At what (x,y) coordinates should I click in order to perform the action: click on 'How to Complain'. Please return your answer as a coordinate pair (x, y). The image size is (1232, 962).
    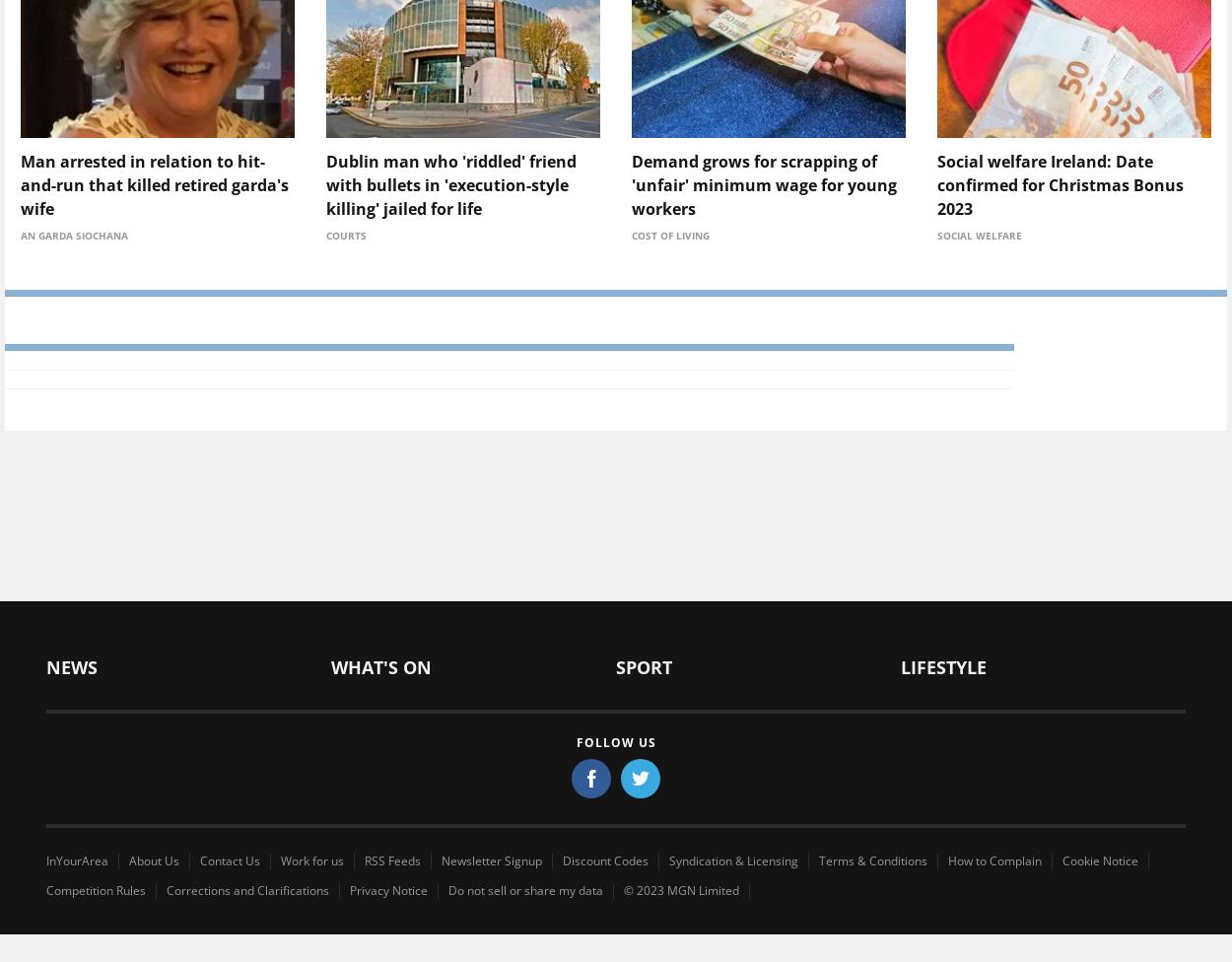
    Looking at the image, I should click on (994, 859).